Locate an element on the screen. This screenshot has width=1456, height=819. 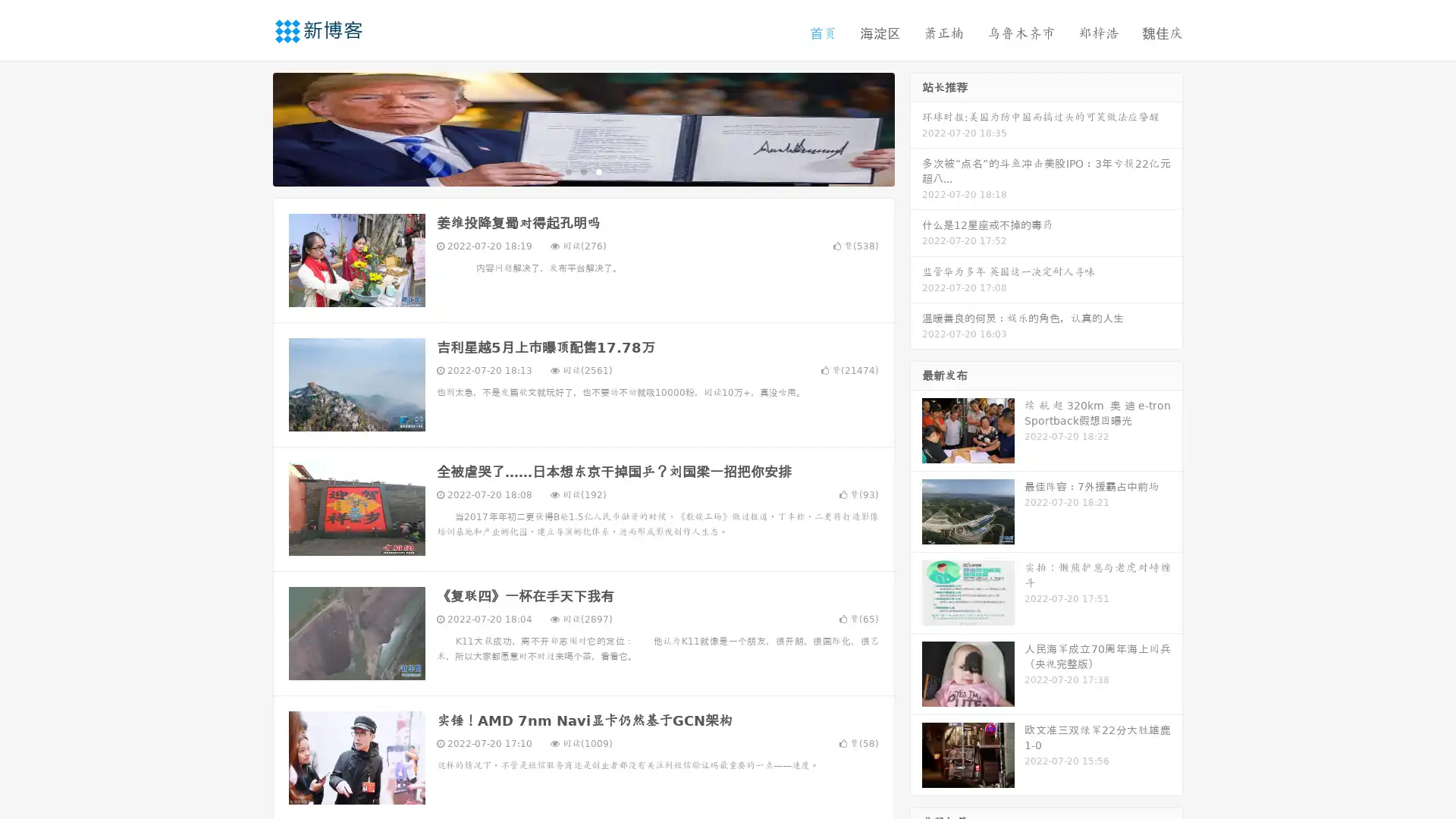
Next slide is located at coordinates (916, 127).